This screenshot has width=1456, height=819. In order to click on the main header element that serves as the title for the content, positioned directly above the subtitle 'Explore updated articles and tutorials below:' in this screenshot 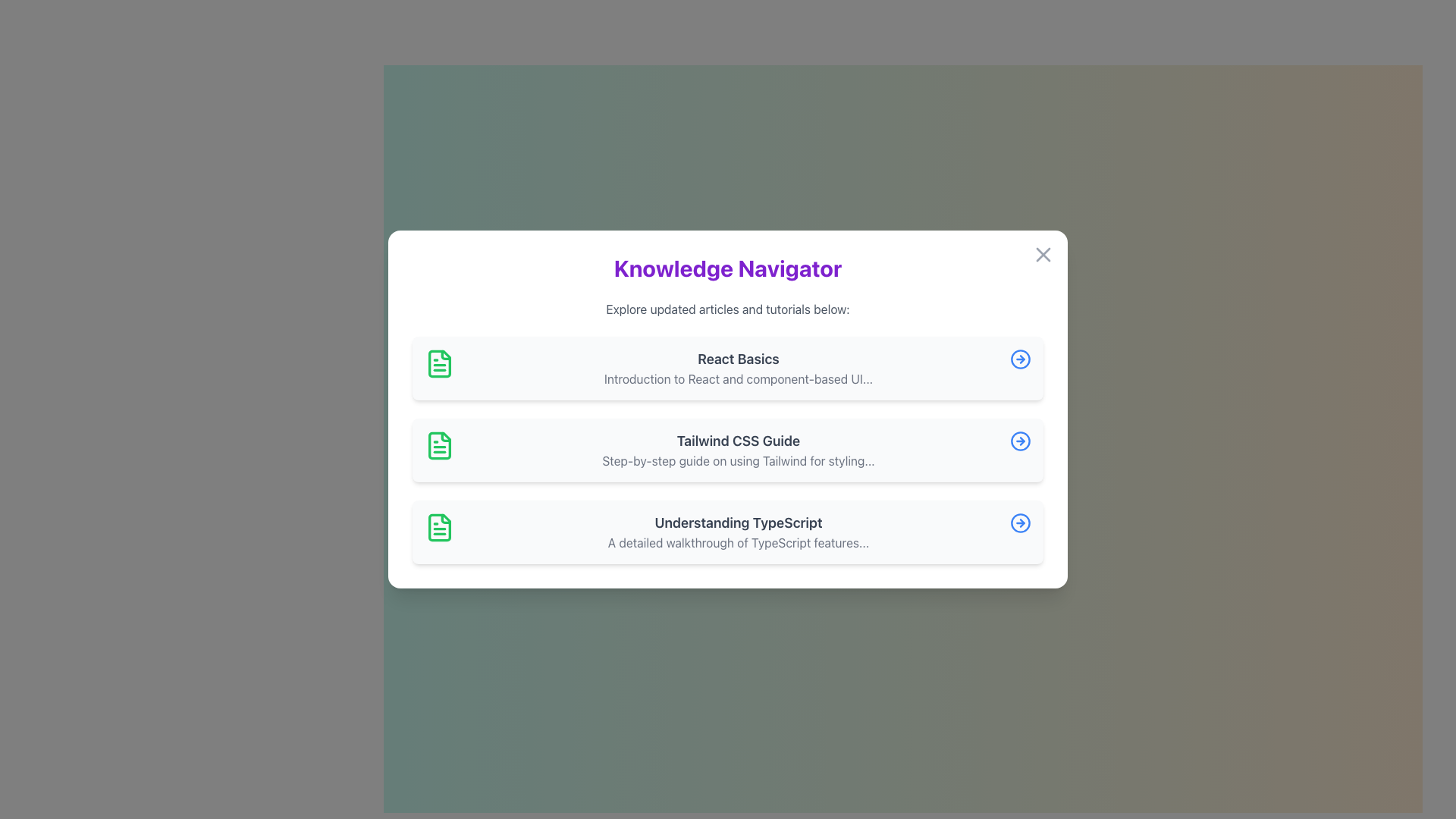, I will do `click(728, 268)`.